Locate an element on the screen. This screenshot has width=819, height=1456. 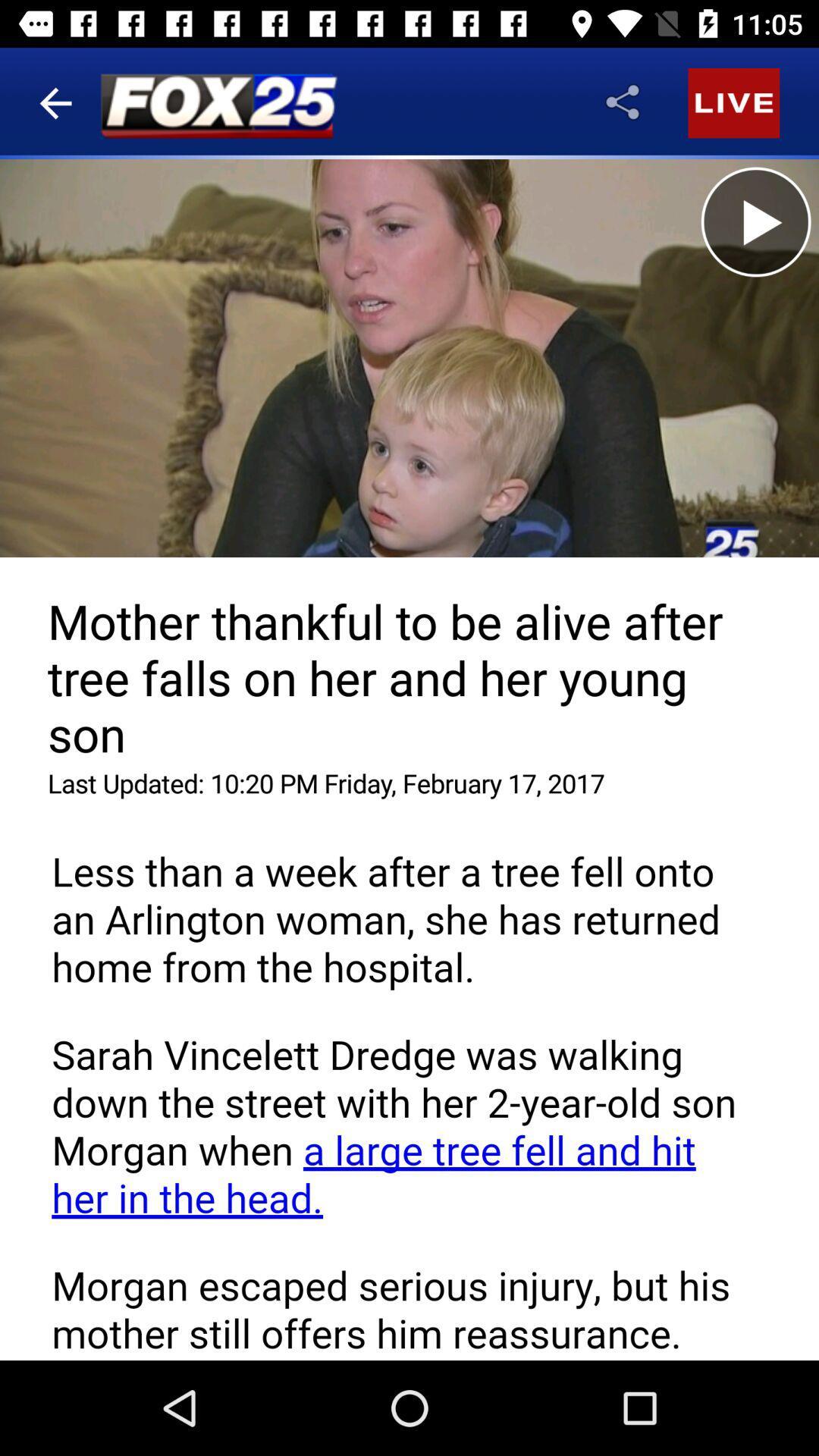
play button below text live is located at coordinates (756, 221).